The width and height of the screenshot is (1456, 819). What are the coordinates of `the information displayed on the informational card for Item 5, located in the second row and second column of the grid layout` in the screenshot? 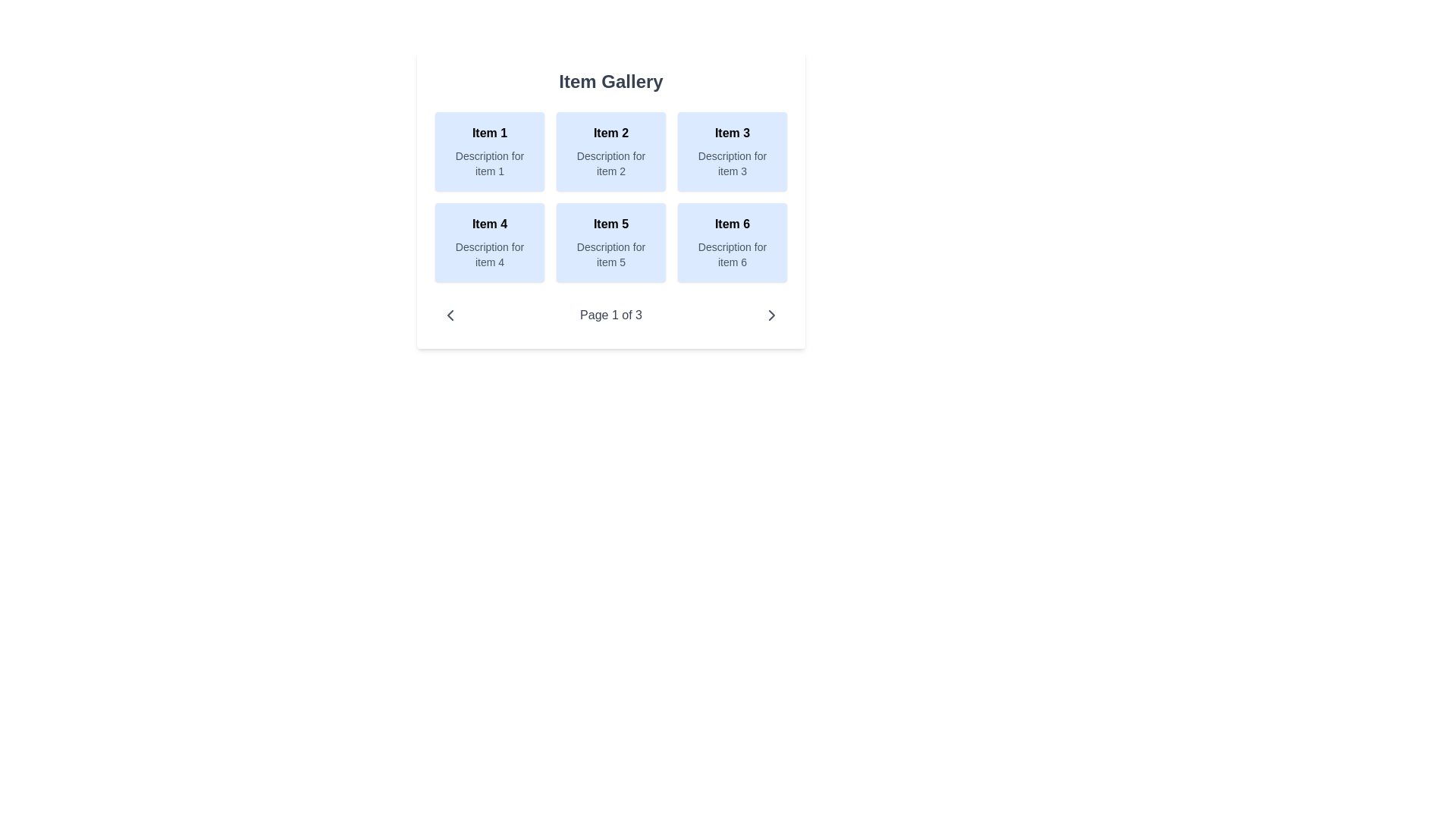 It's located at (611, 242).